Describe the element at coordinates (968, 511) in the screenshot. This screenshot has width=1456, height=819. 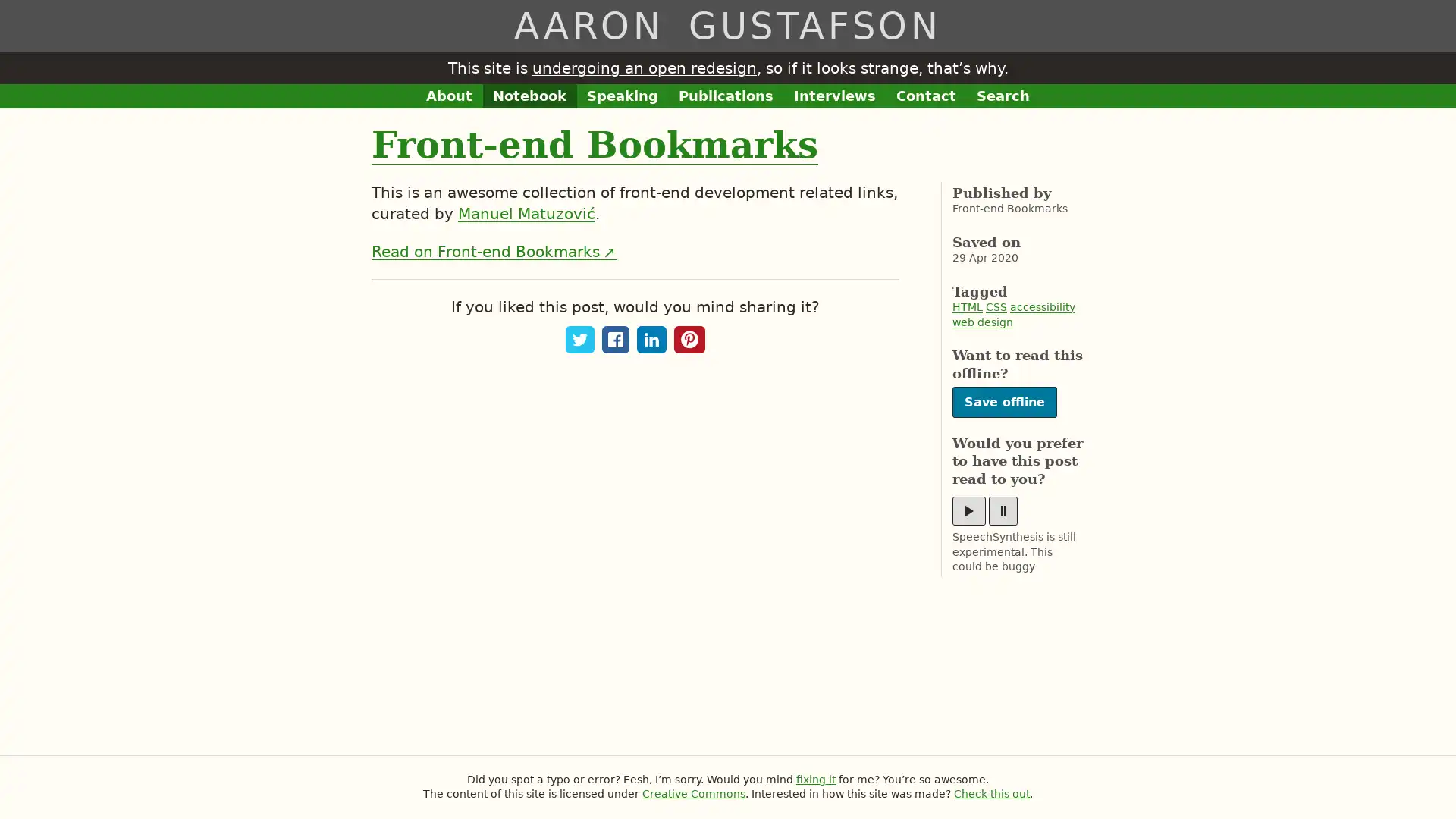
I see `Play` at that location.